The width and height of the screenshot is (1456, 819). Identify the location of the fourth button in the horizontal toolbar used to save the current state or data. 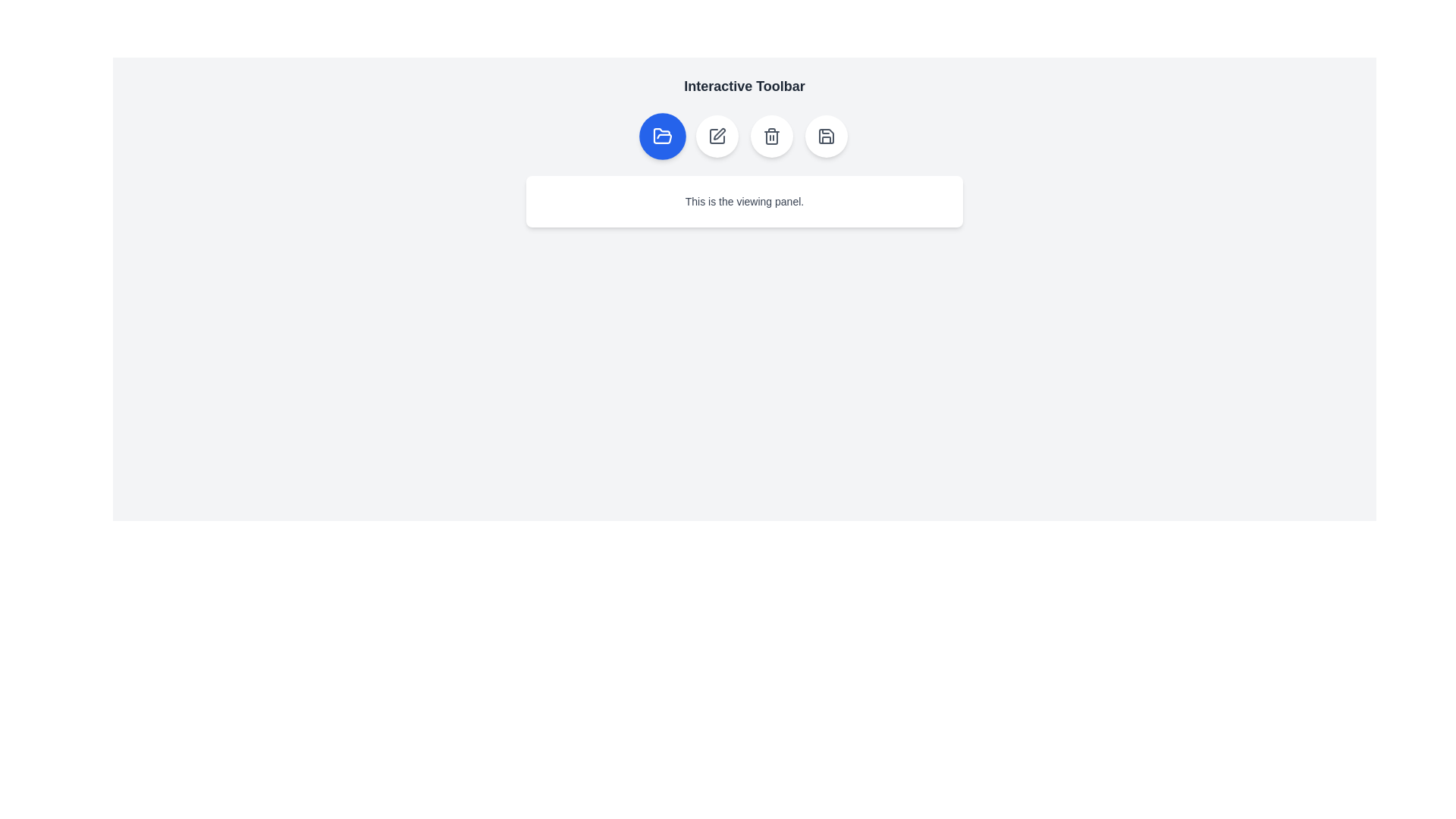
(825, 136).